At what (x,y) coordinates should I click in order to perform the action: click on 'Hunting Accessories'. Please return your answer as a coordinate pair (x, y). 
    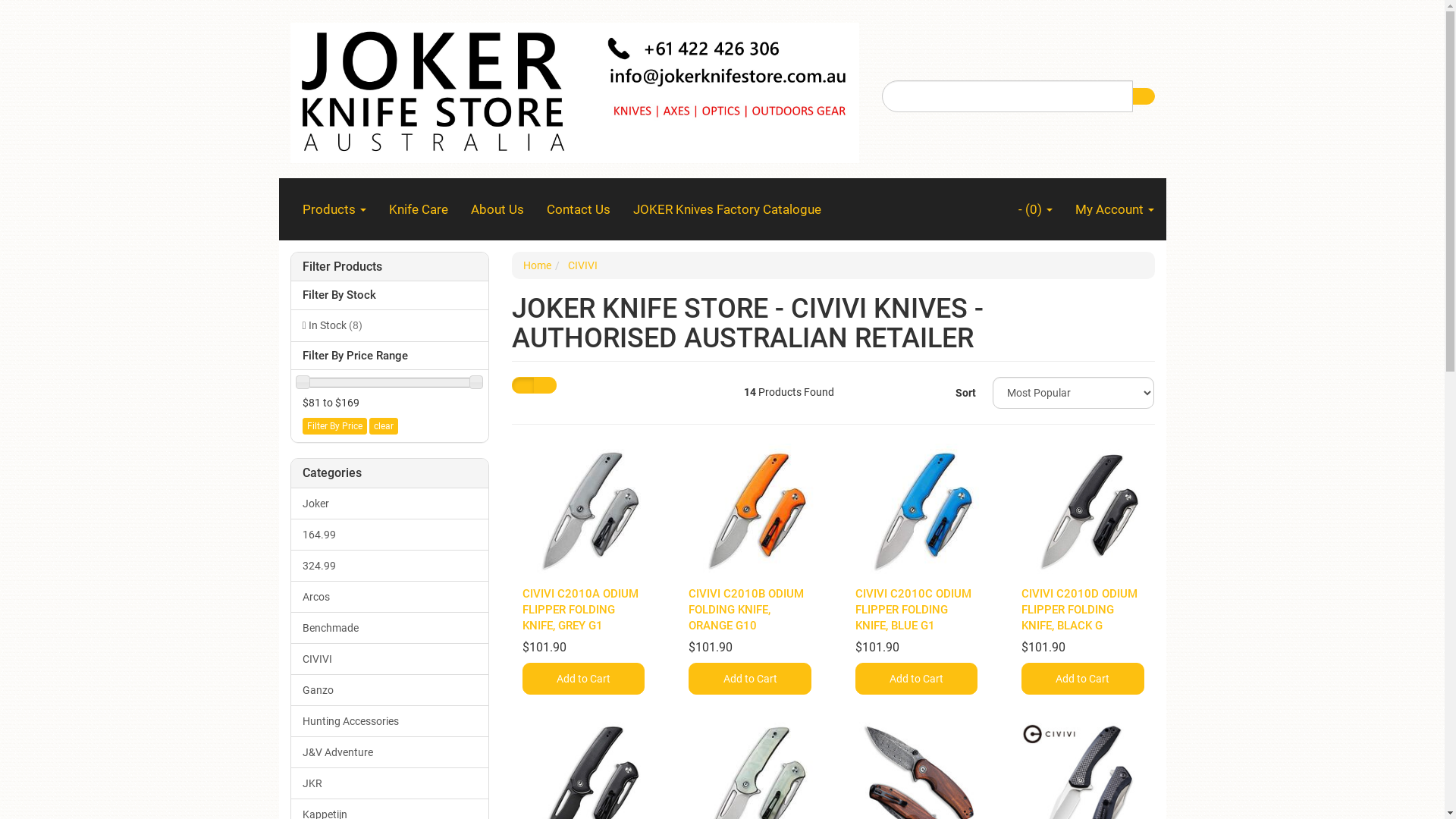
    Looking at the image, I should click on (390, 720).